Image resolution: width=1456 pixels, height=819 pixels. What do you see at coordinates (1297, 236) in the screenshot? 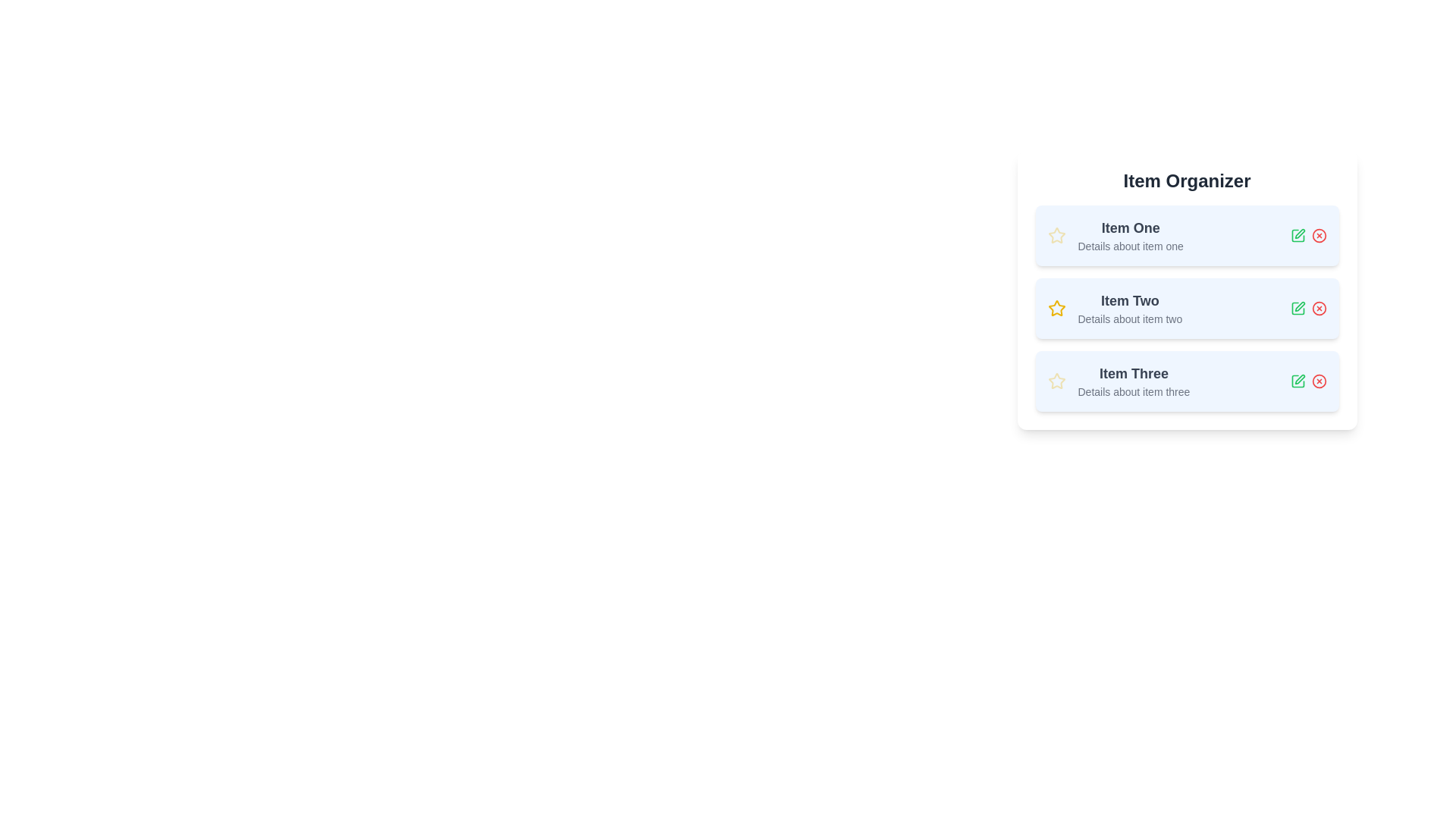
I see `the edit icon for the item Item One` at bounding box center [1297, 236].